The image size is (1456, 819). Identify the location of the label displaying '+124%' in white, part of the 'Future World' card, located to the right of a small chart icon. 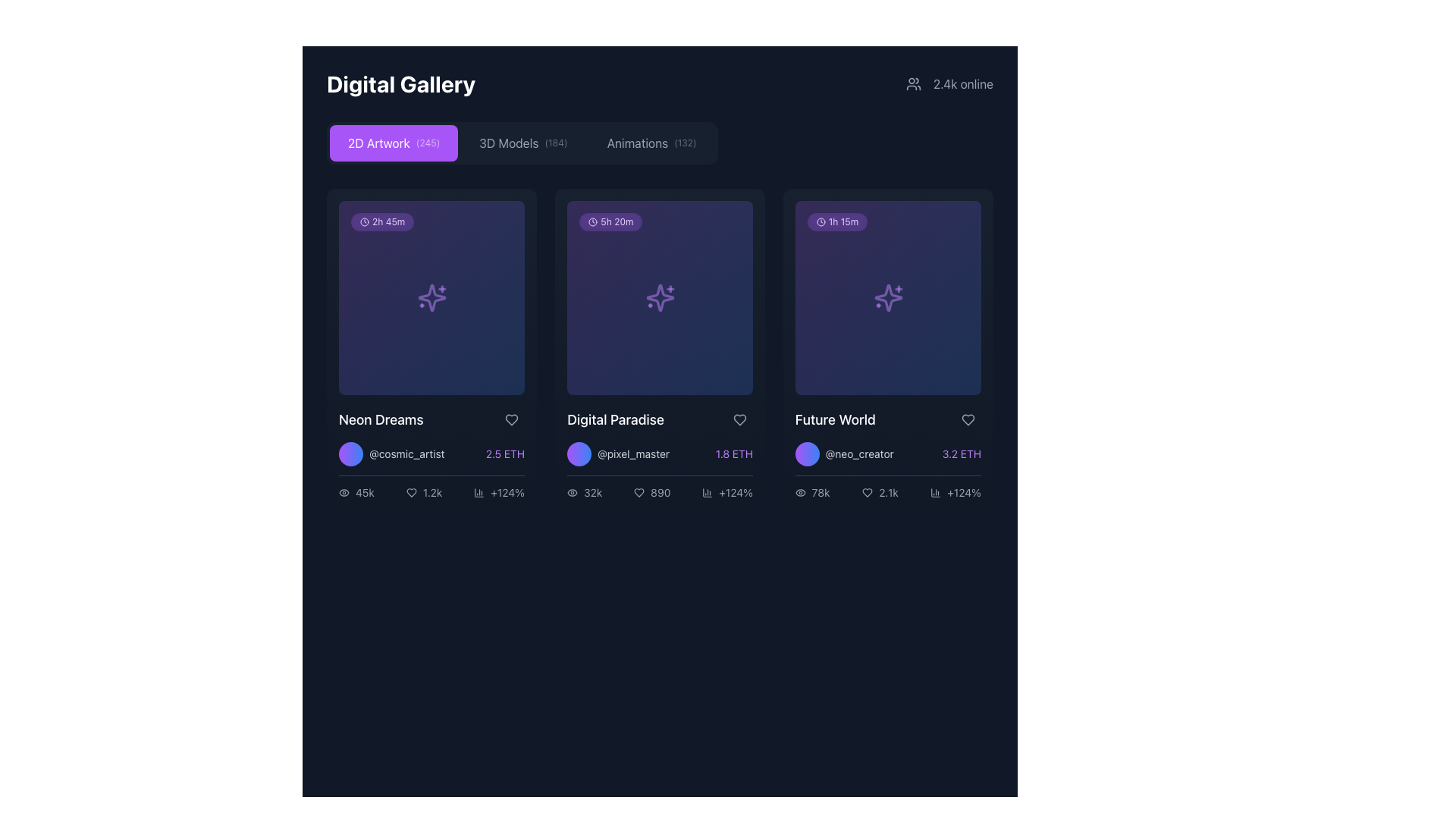
(963, 493).